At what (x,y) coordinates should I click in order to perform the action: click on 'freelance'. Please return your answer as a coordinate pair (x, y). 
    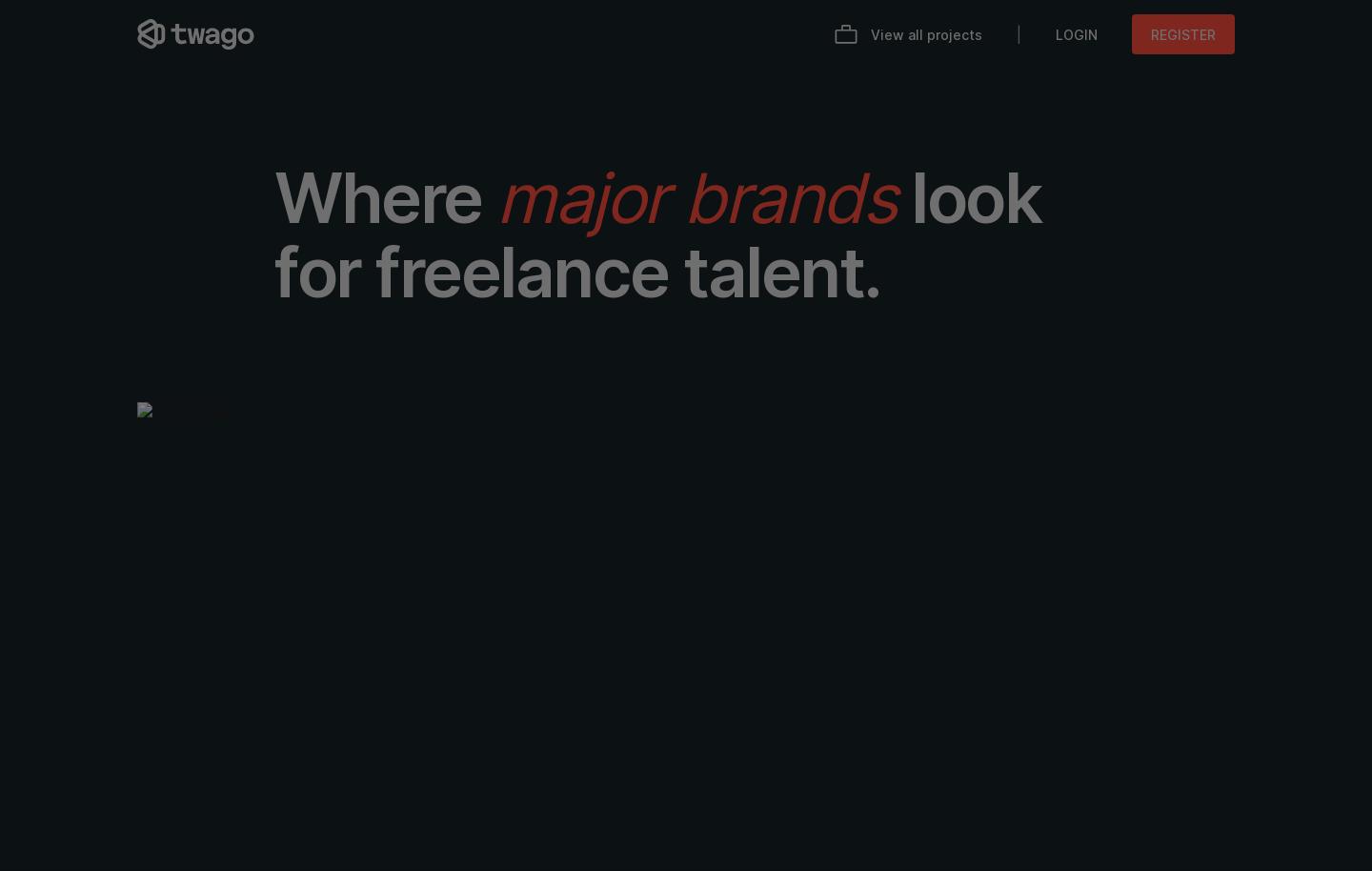
    Looking at the image, I should click on (373, 272).